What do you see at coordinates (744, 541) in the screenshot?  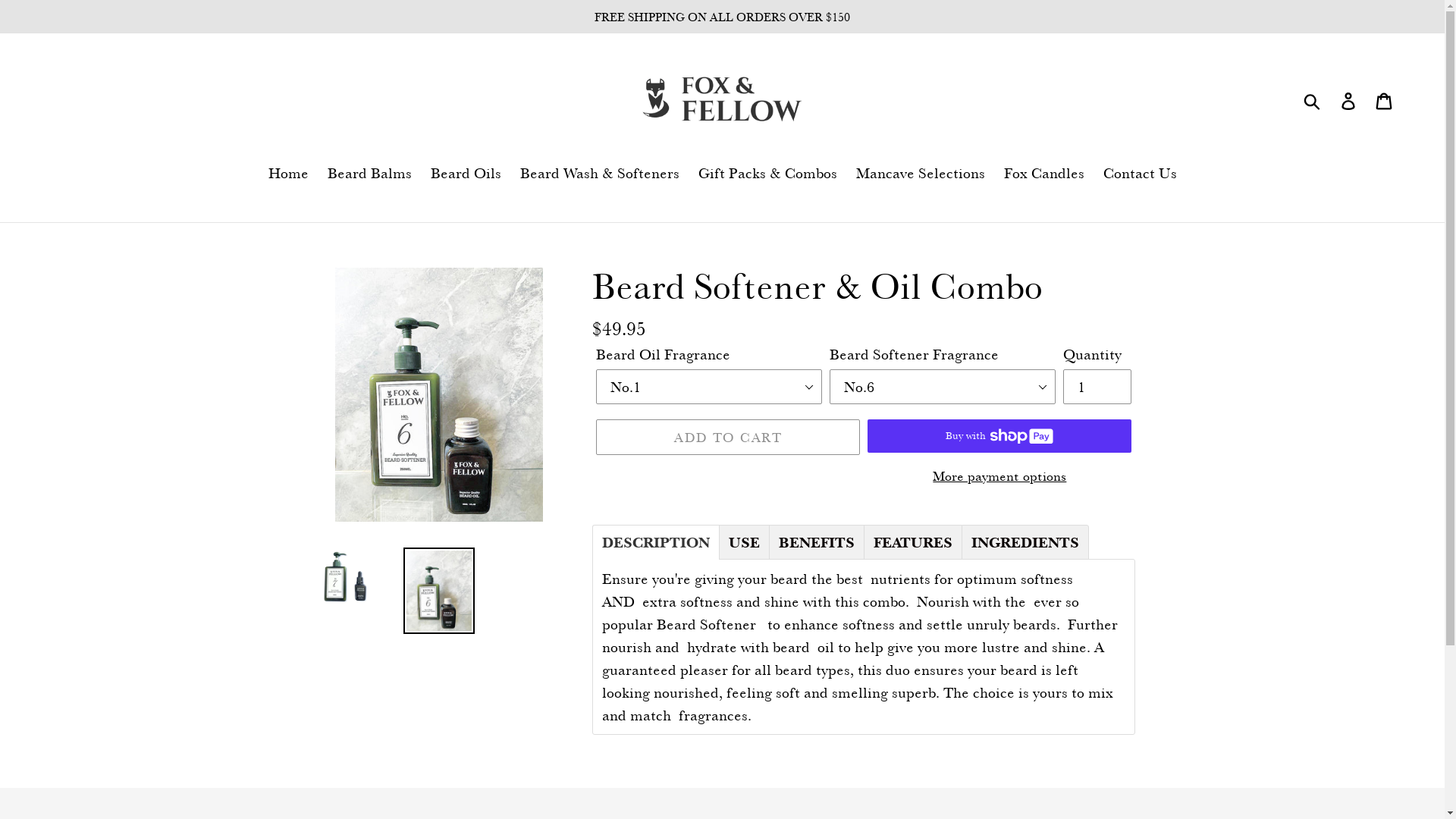 I see `'USE'` at bounding box center [744, 541].